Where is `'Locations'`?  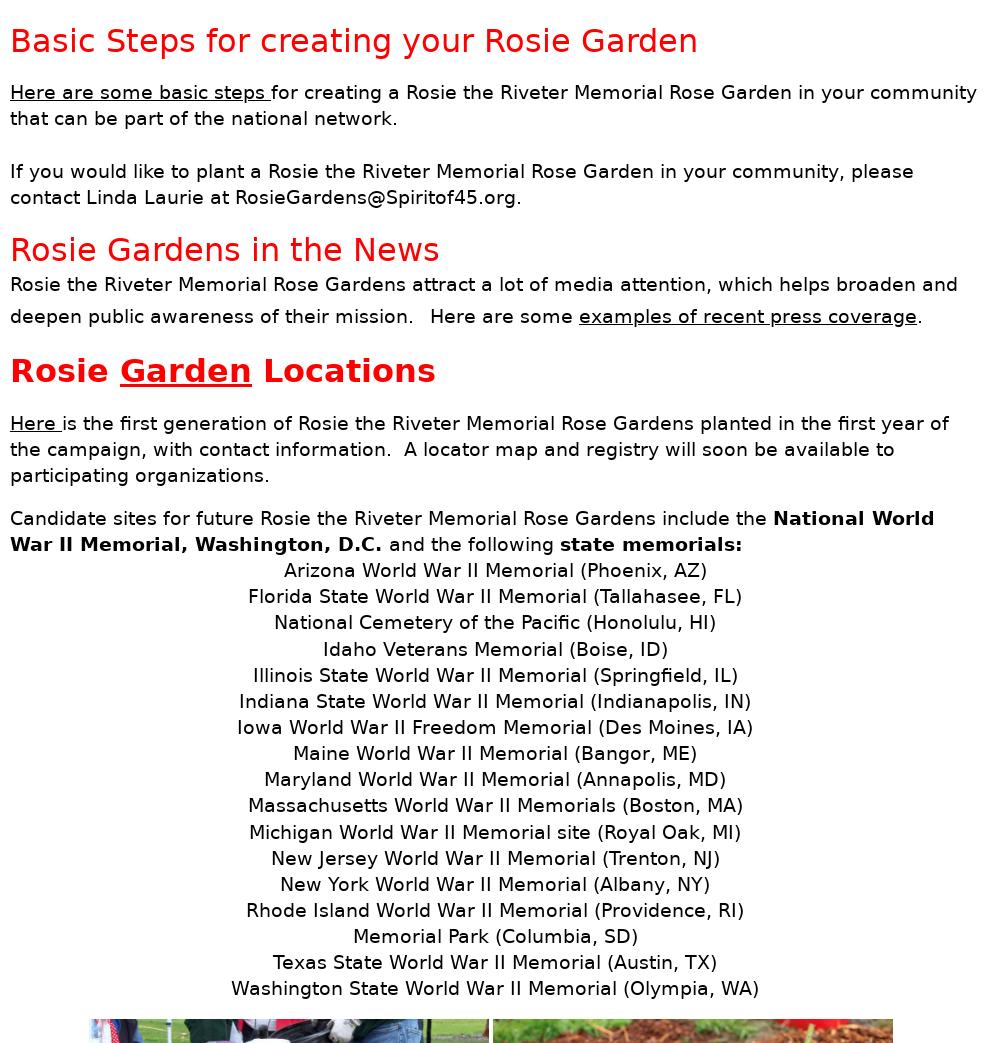
'Locations' is located at coordinates (343, 369).